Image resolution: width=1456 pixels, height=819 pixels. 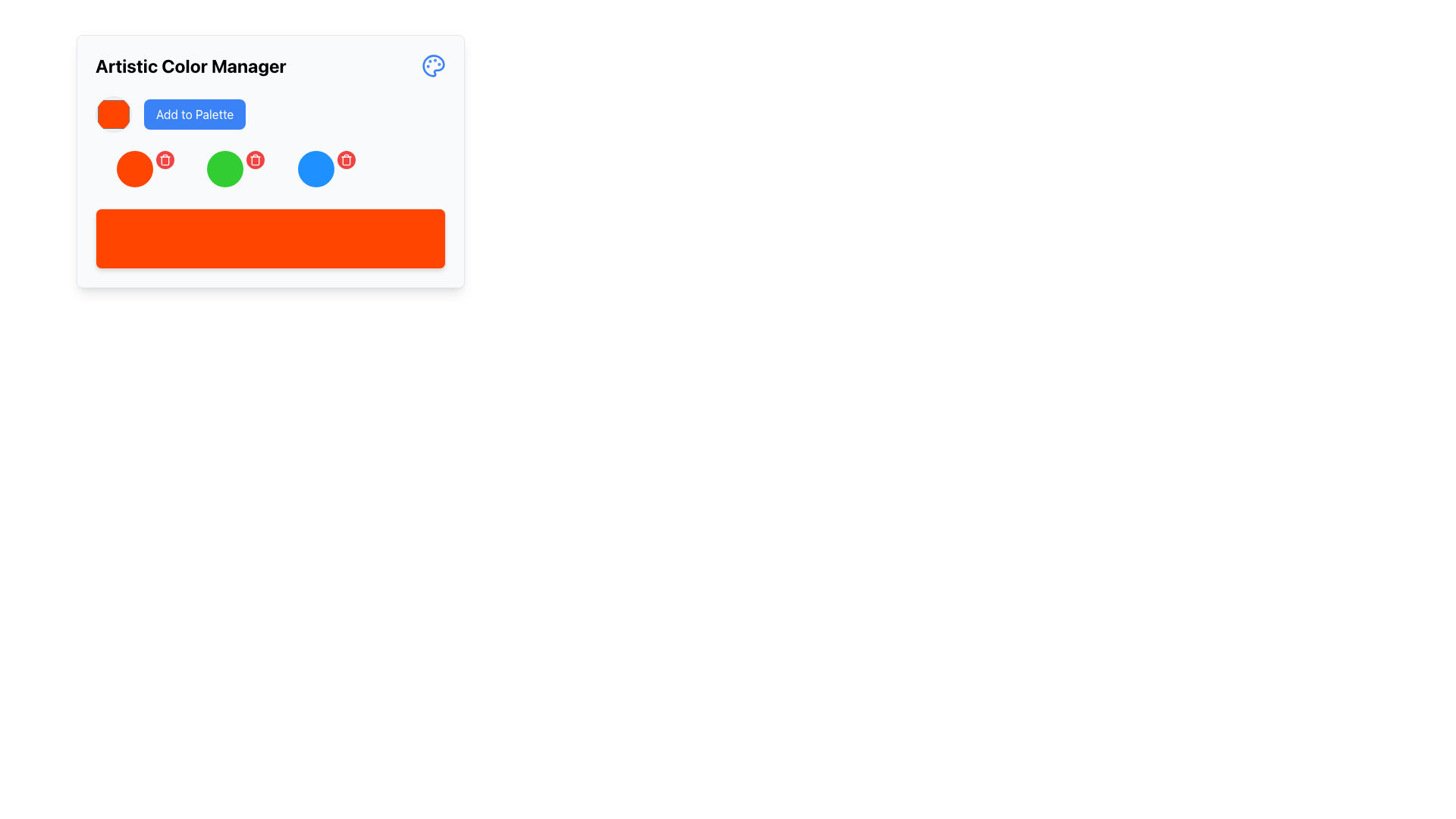 What do you see at coordinates (134, 170) in the screenshot?
I see `the circular Interactive Color Selector with a bright red background` at bounding box center [134, 170].